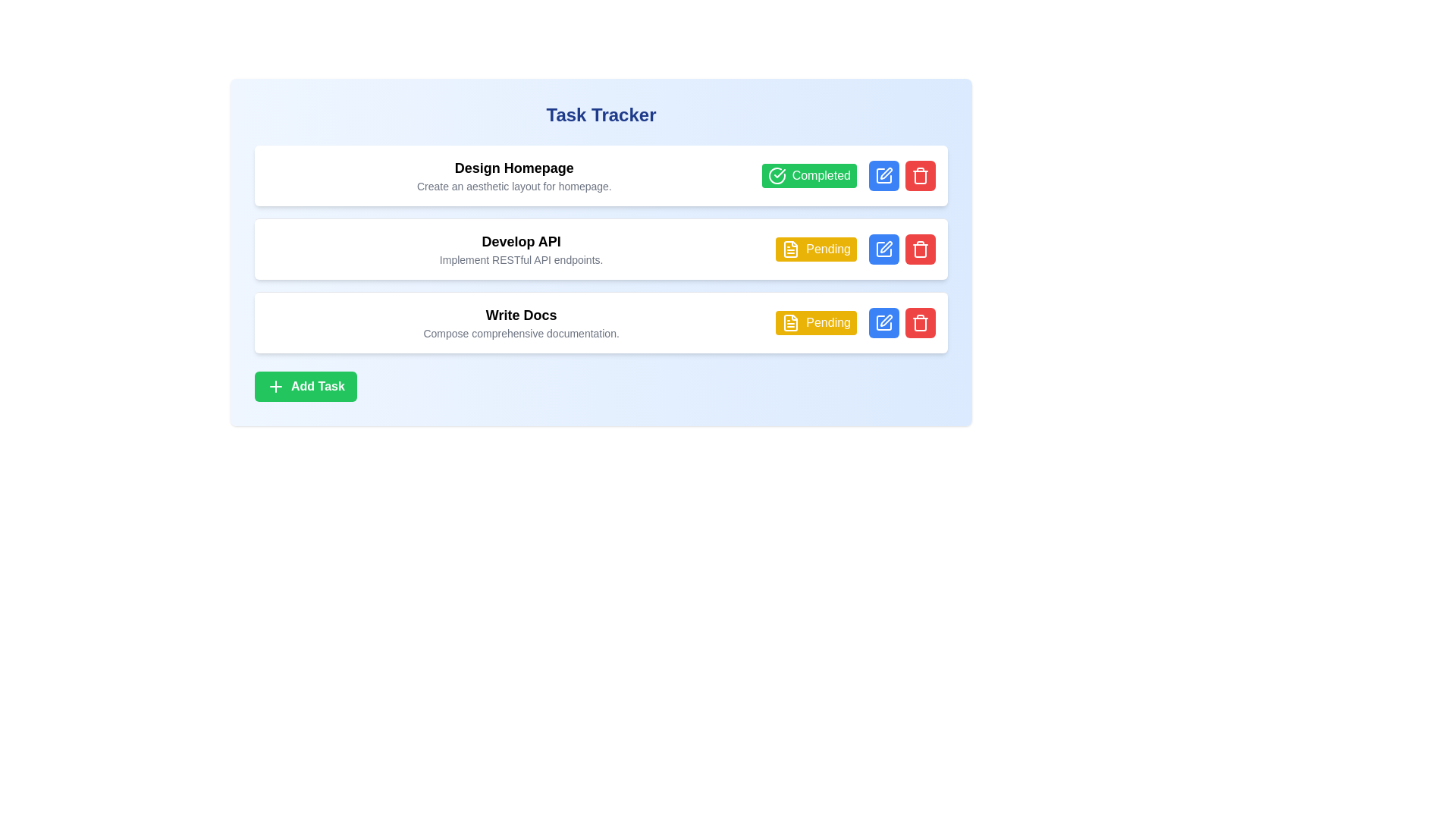  Describe the element at coordinates (521, 315) in the screenshot. I see `the text label for the task item titled 'Write Documentation', which is positioned below 'Design Homepage' and 'Develop API' in the task tracker interface` at that location.